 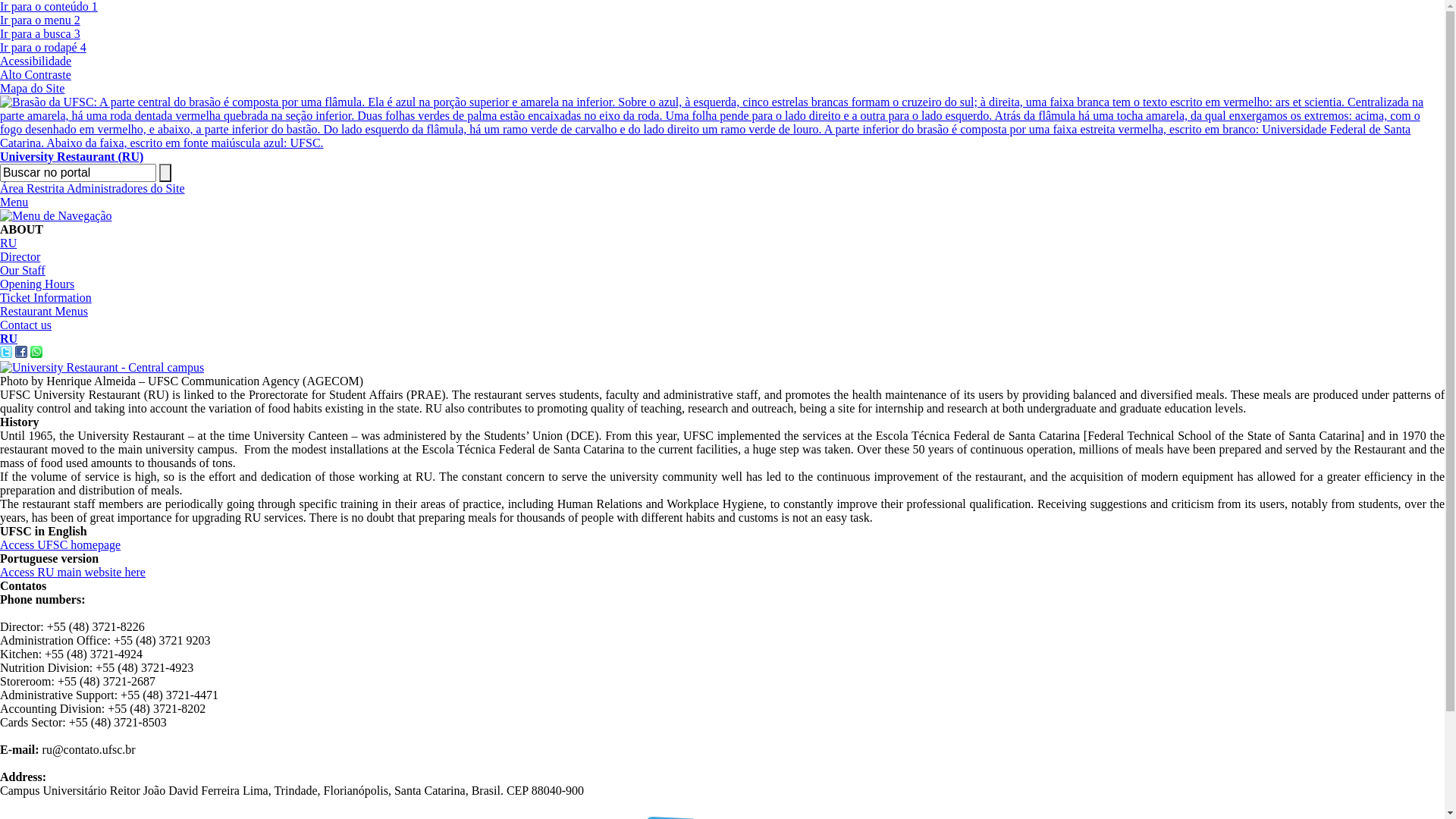 I want to click on 'Compartilhar no WhatsApp', so click(x=36, y=353).